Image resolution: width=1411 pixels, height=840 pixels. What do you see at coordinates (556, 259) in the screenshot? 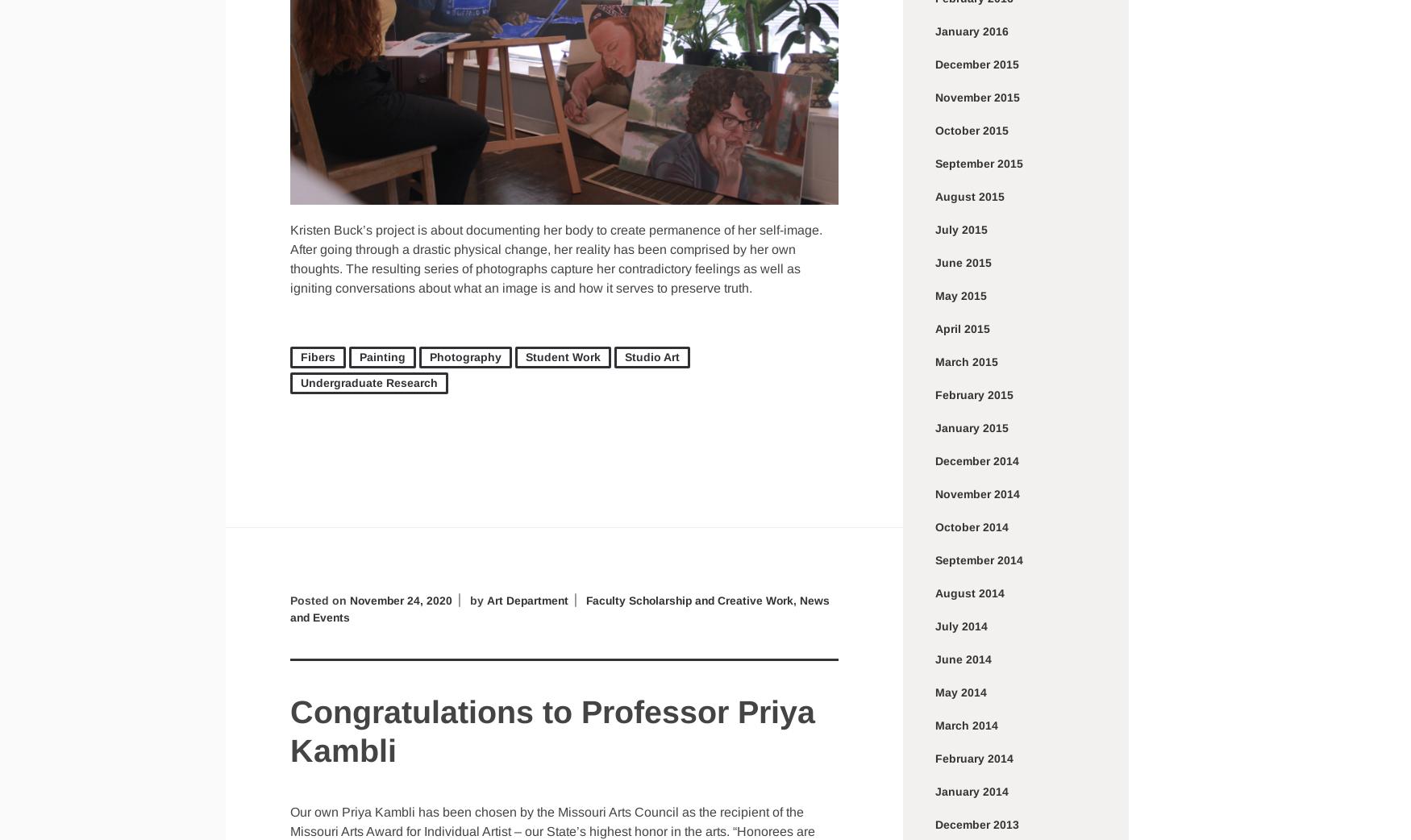
I see `'Kristen Buck’s project is about documenting her body to create permanence of her self-image. After going through a drastic physical change, her reality has been comprised by her own thoughts. The resulting series of photographs capture her contradictory feelings as well as igniting conversations about what an image is and how it serves to preserve truth.'` at bounding box center [556, 259].